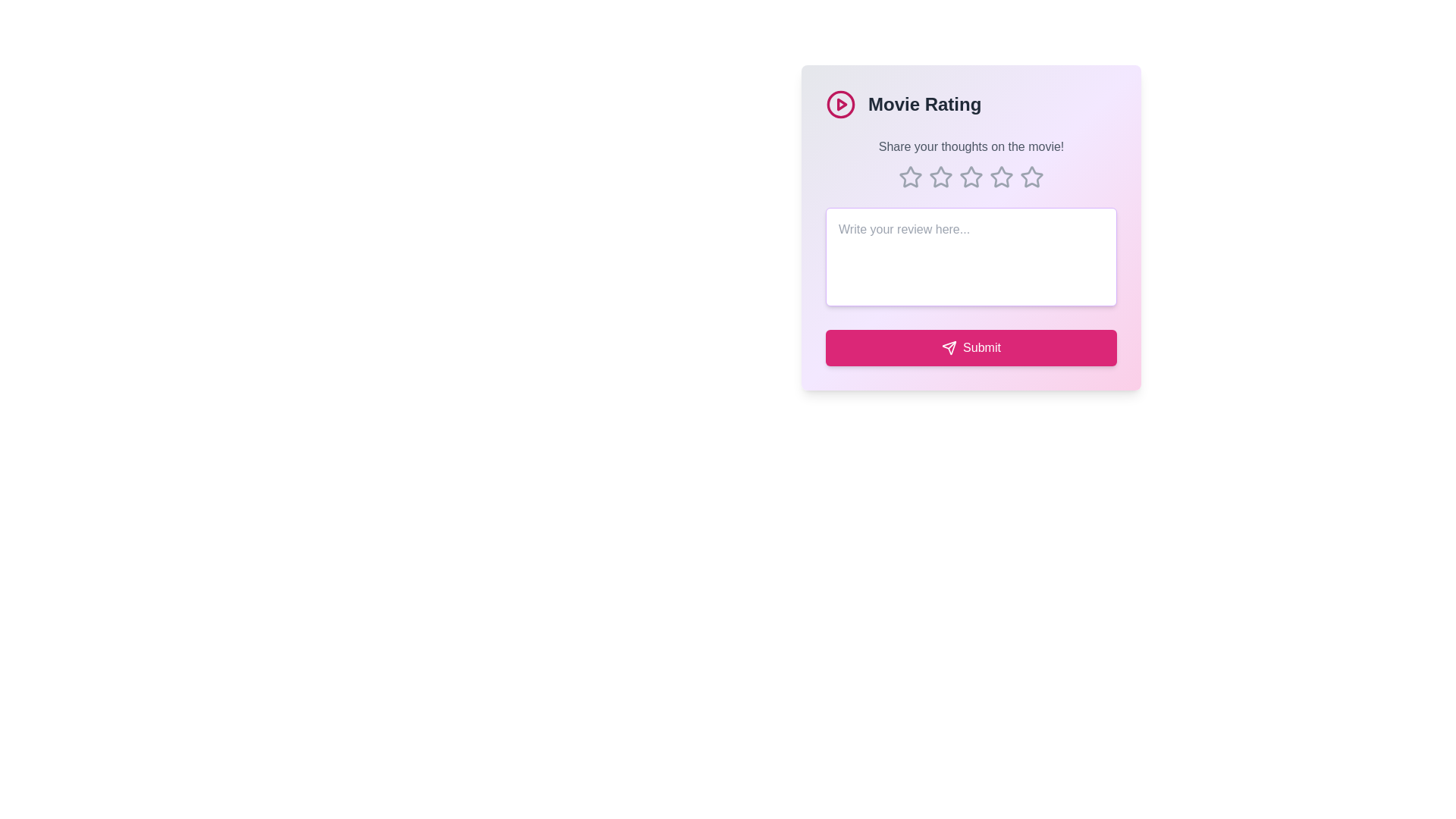  Describe the element at coordinates (1001, 176) in the screenshot. I see `the third star-shaped icon in the rating system located below the title 'Movie Rating' and the text 'Share your thoughts on the movie!'` at that location.